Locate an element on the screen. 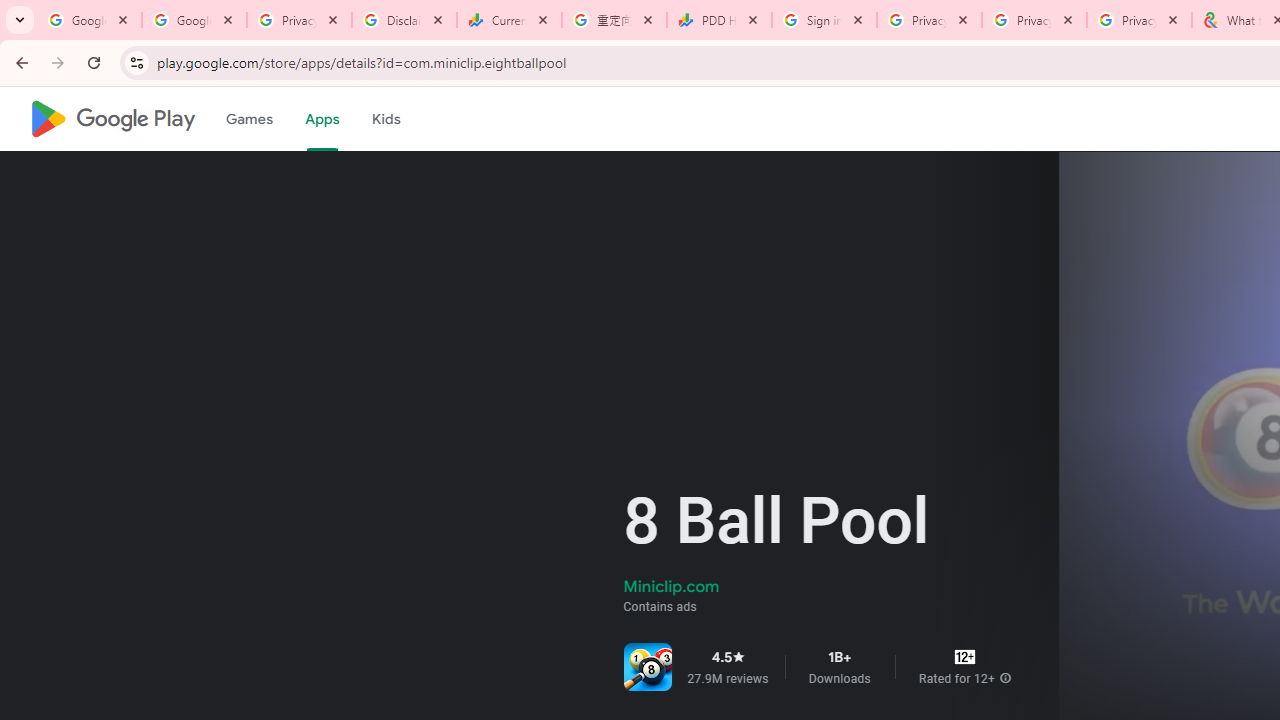 Image resolution: width=1280 pixels, height=720 pixels. 'Content rating' is located at coordinates (965, 657).